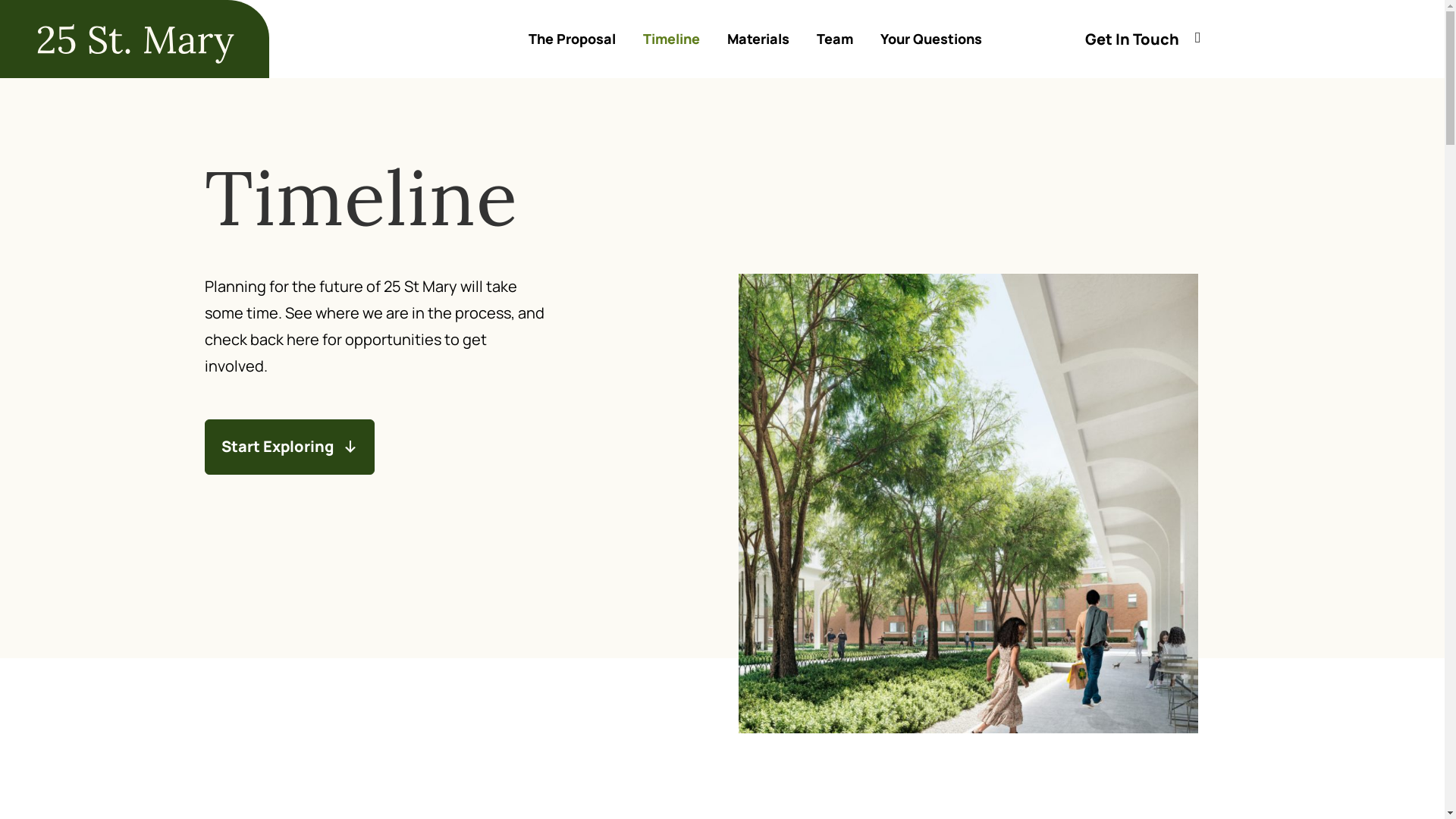  Describe the element at coordinates (1084, 38) in the screenshot. I see `'Get In Touch'` at that location.